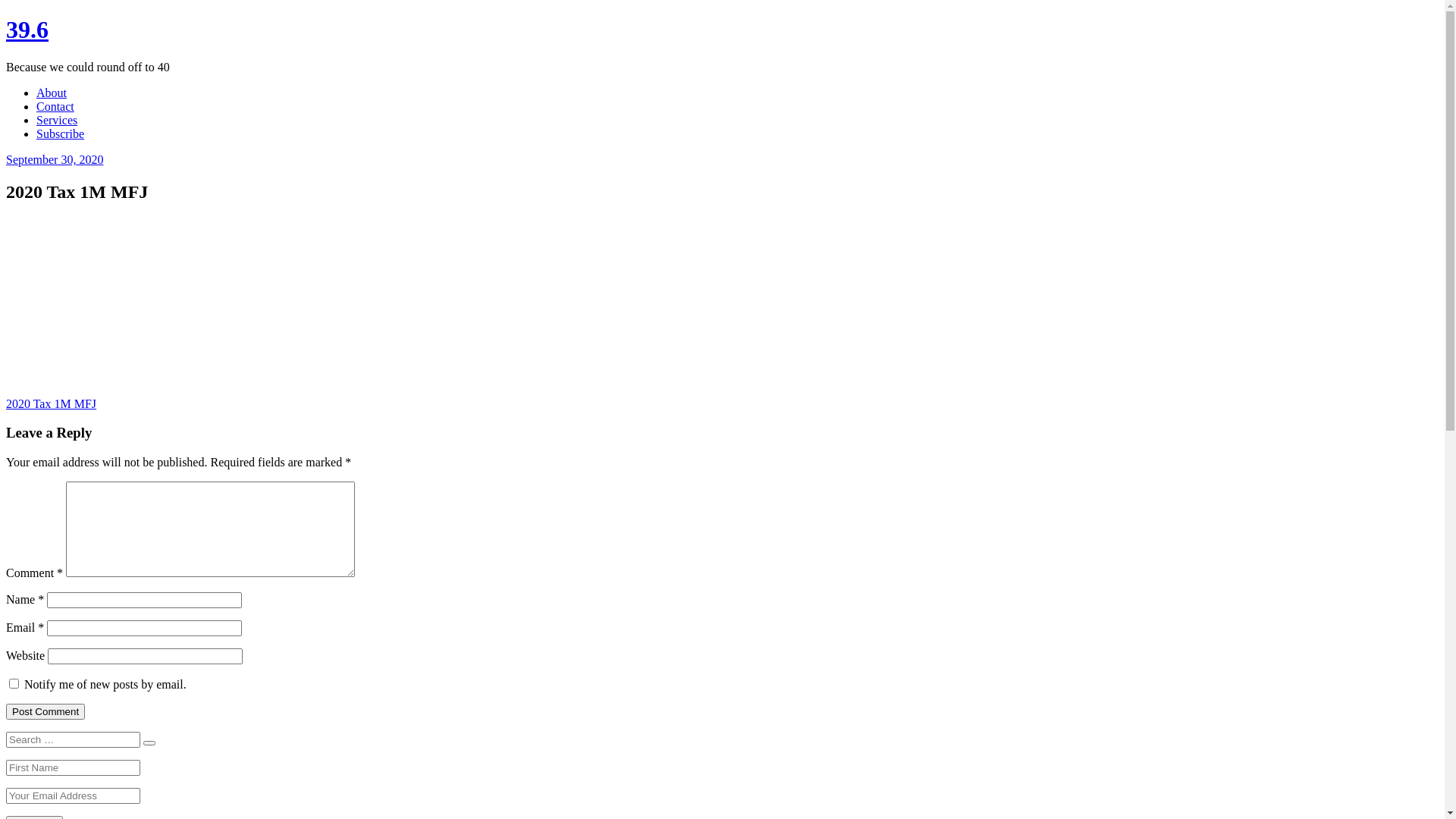 The width and height of the screenshot is (1456, 819). Describe the element at coordinates (60, 133) in the screenshot. I see `'Subscribe'` at that location.